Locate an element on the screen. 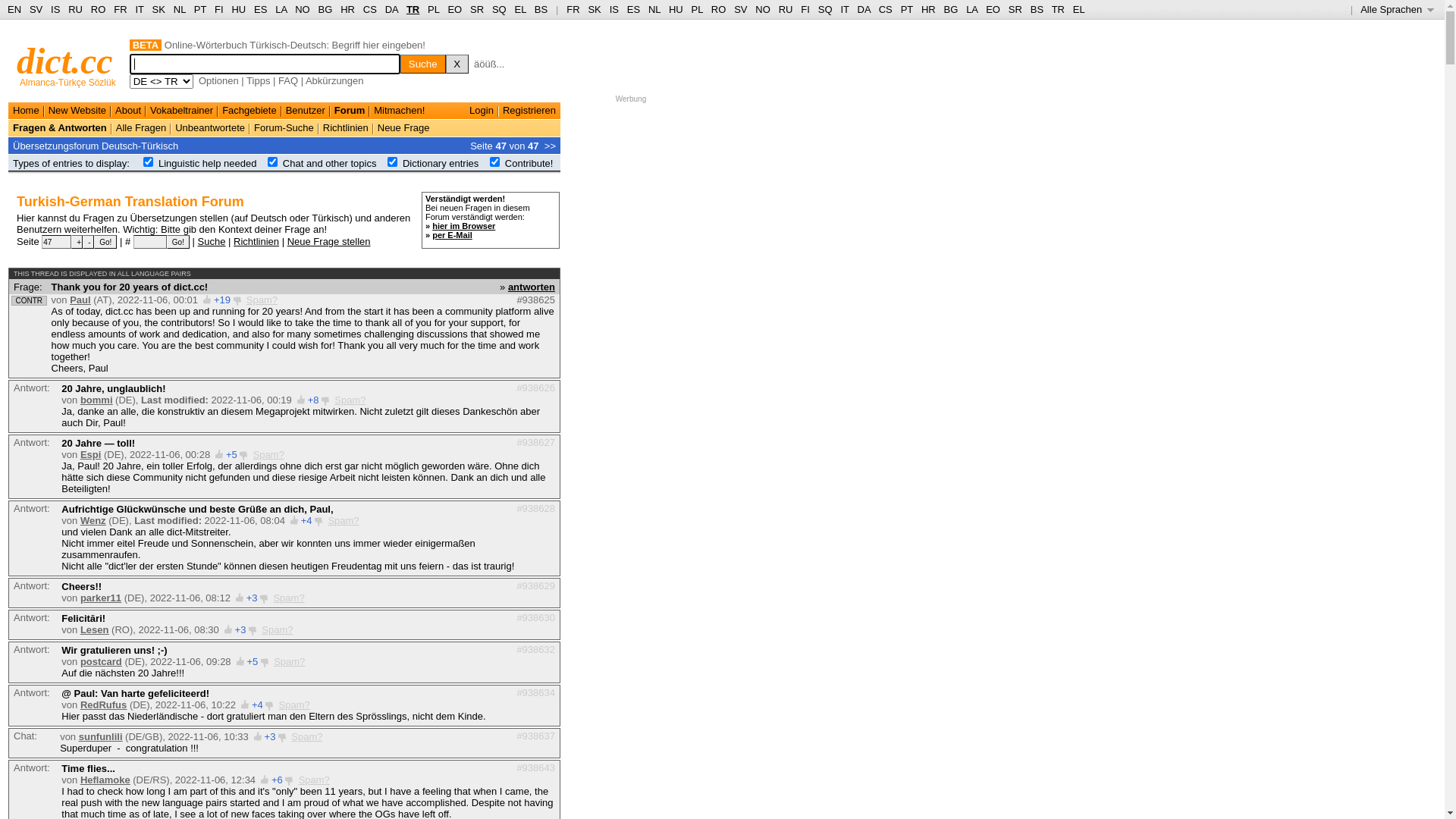 The image size is (1456, 819). 'HR' is located at coordinates (347, 9).